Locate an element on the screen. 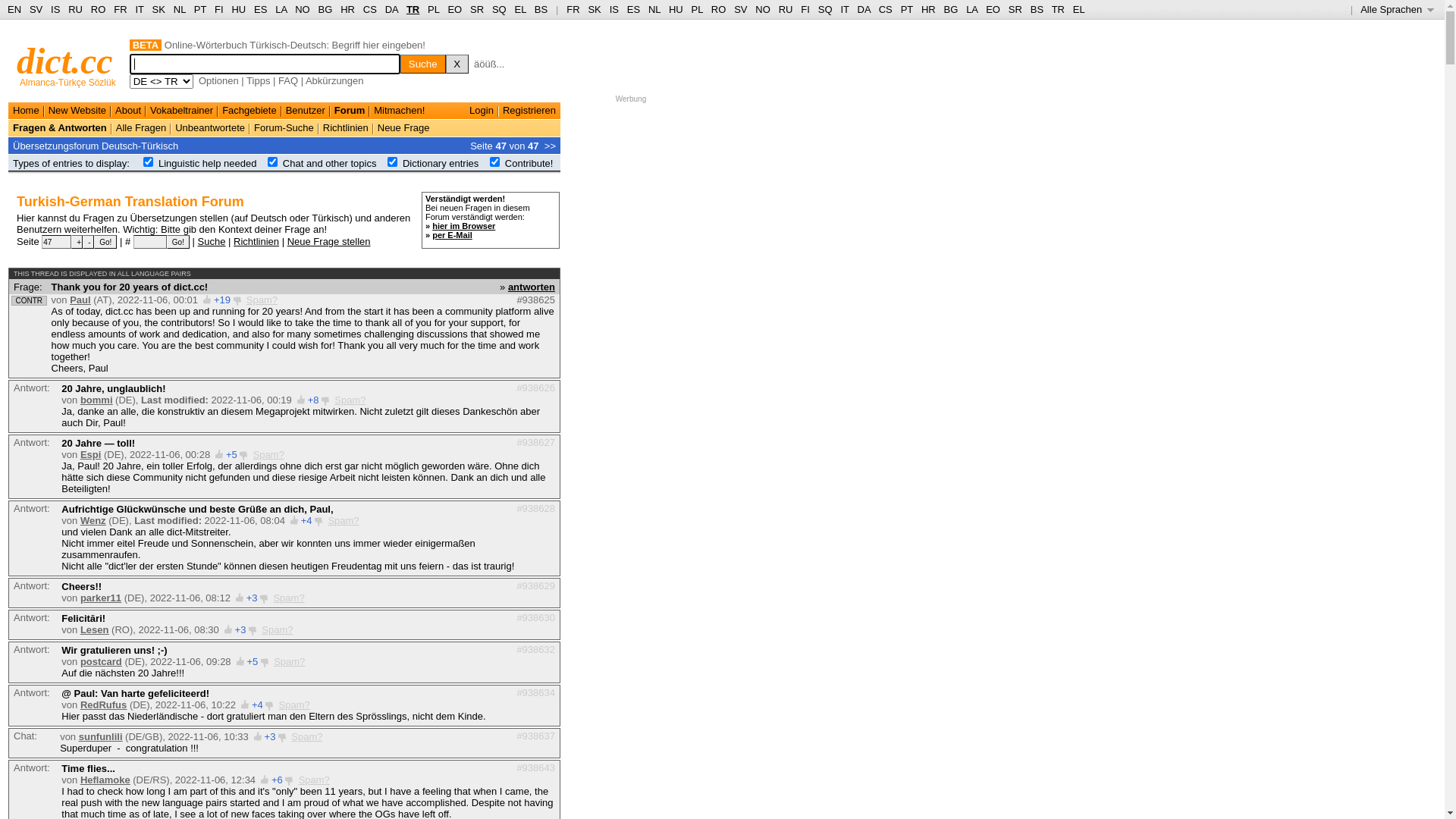 The image size is (1456, 819). 'HR' is located at coordinates (347, 9).